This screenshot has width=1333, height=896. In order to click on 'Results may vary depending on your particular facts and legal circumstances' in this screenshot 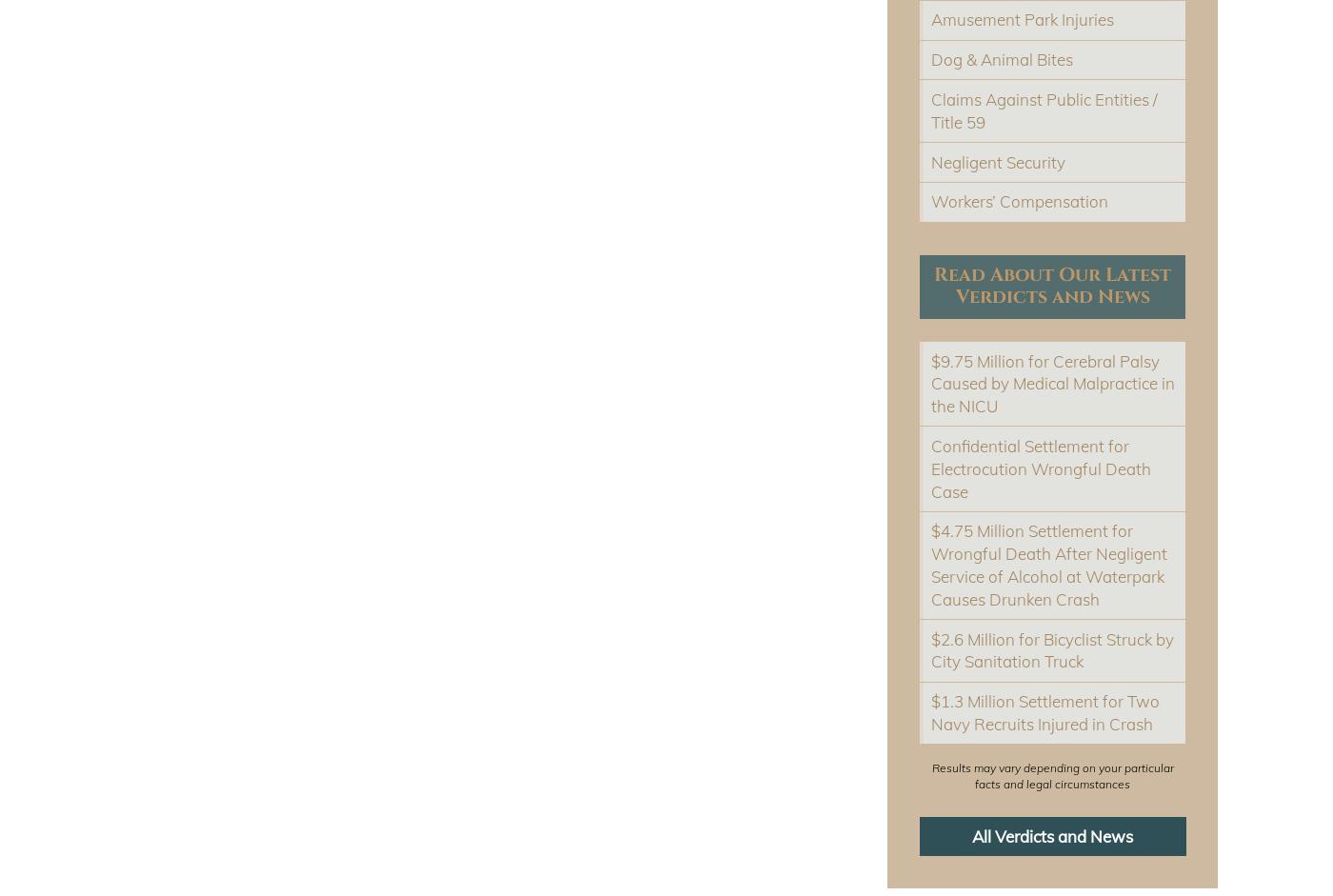, I will do `click(1052, 775)`.